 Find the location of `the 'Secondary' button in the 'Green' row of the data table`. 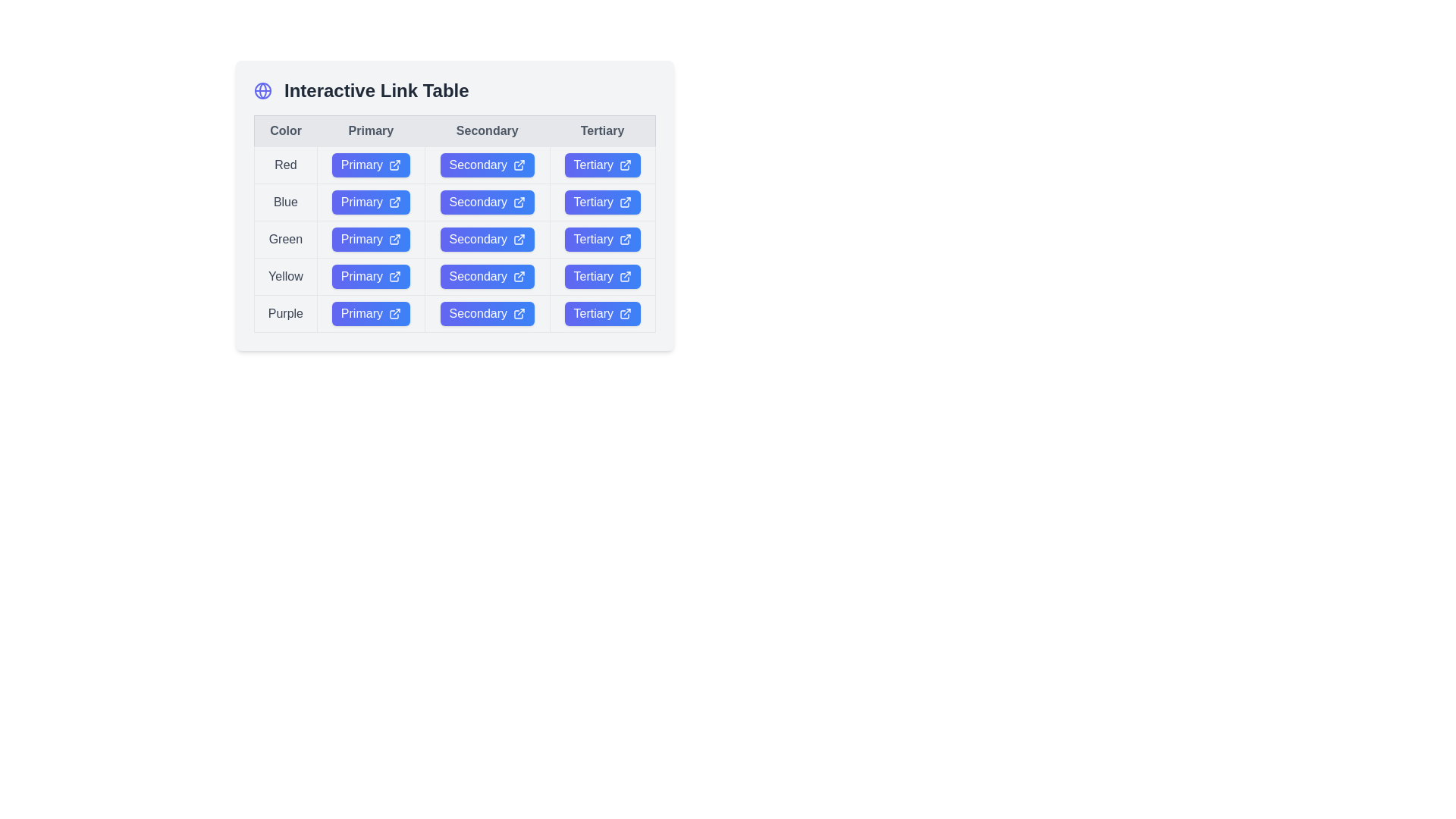

the 'Secondary' button in the 'Green' row of the data table is located at coordinates (454, 239).